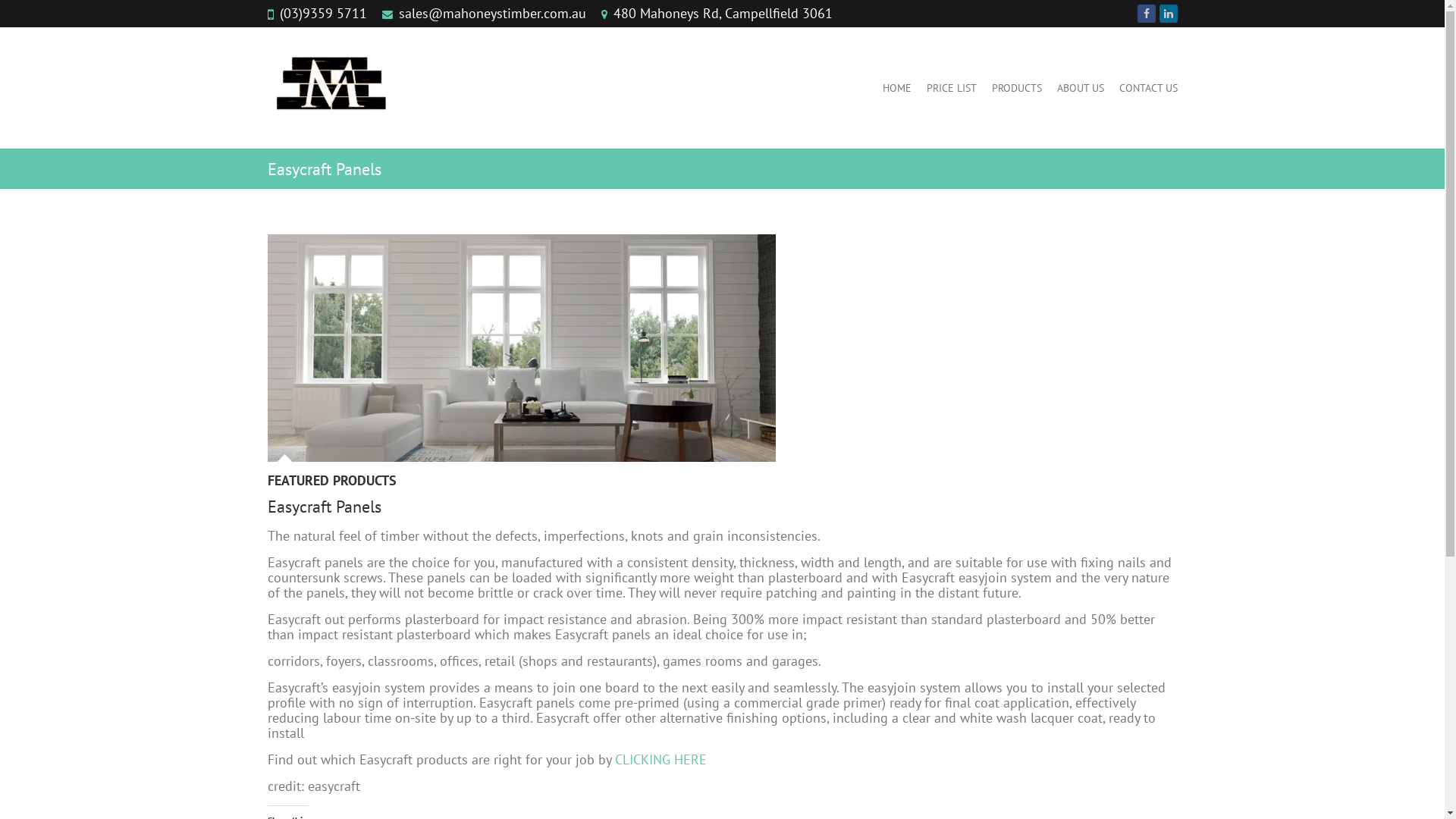  What do you see at coordinates (399, 13) in the screenshot?
I see `'sales@mahoneystimber.com.au'` at bounding box center [399, 13].